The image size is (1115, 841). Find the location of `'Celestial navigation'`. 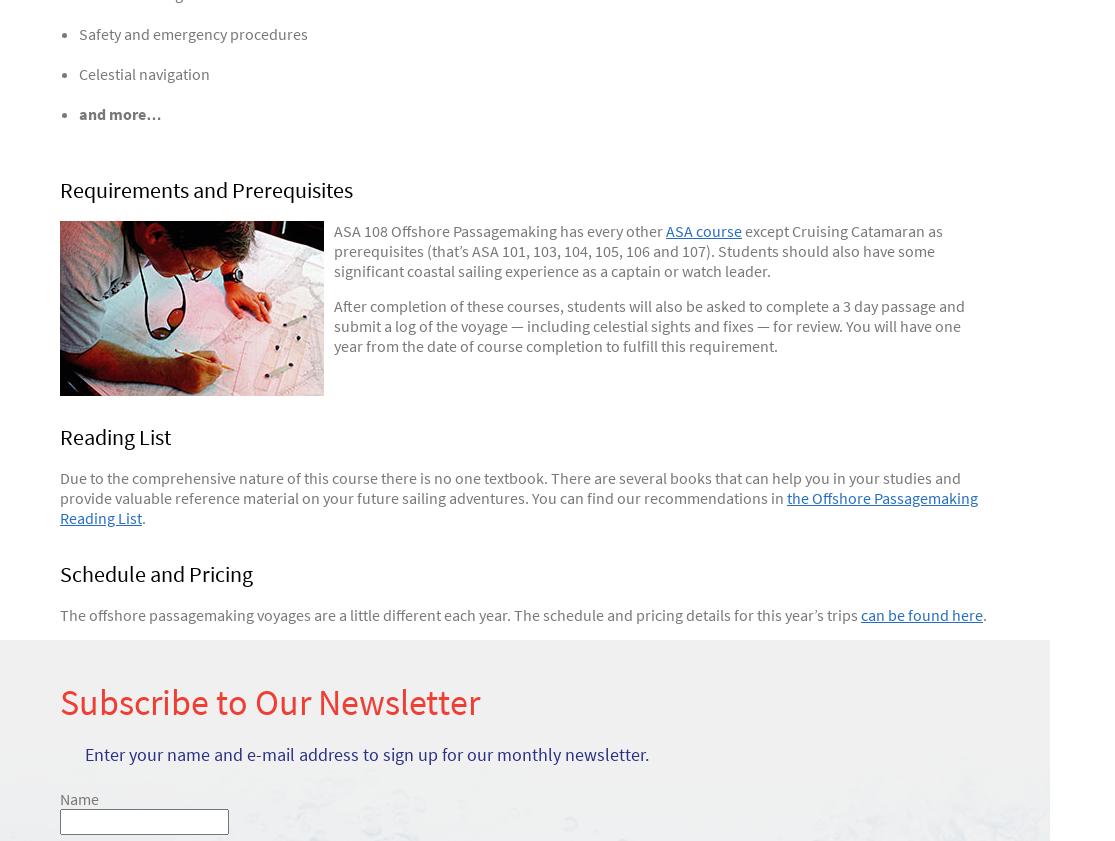

'Celestial navigation' is located at coordinates (143, 73).